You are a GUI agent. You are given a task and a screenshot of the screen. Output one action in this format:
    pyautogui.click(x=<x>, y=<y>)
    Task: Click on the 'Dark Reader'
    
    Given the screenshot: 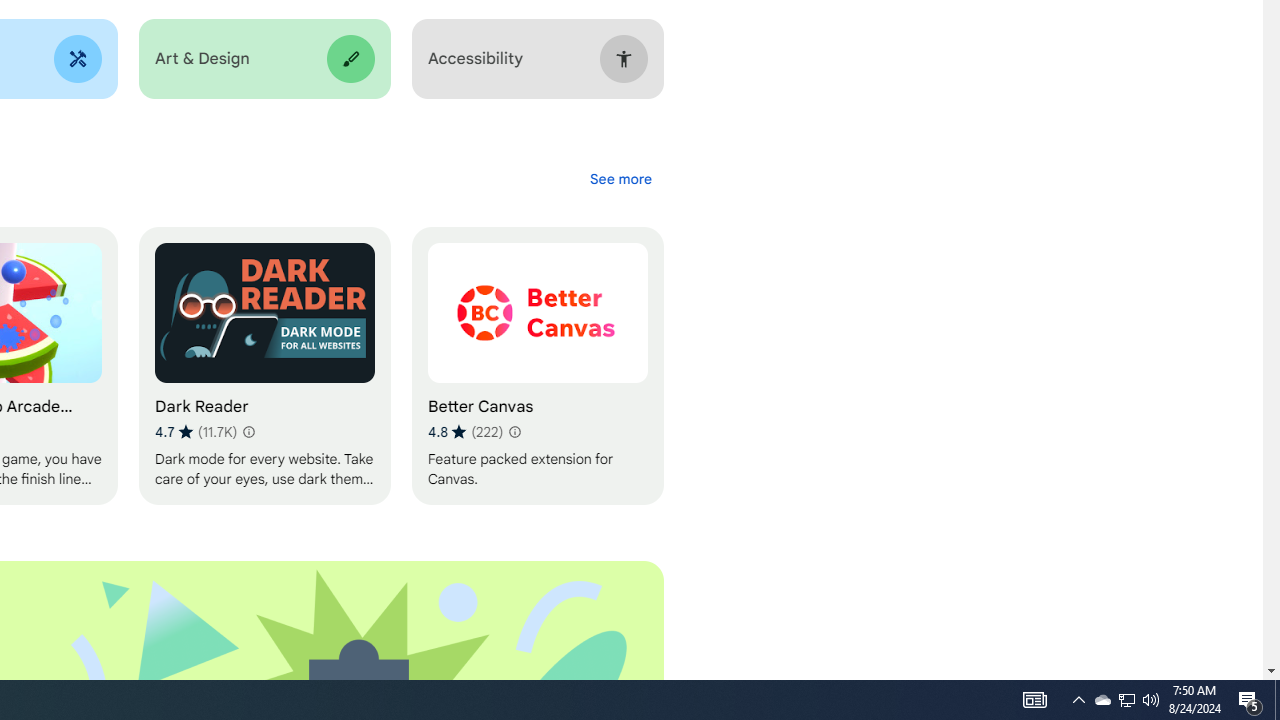 What is the action you would take?
    pyautogui.click(x=263, y=366)
    